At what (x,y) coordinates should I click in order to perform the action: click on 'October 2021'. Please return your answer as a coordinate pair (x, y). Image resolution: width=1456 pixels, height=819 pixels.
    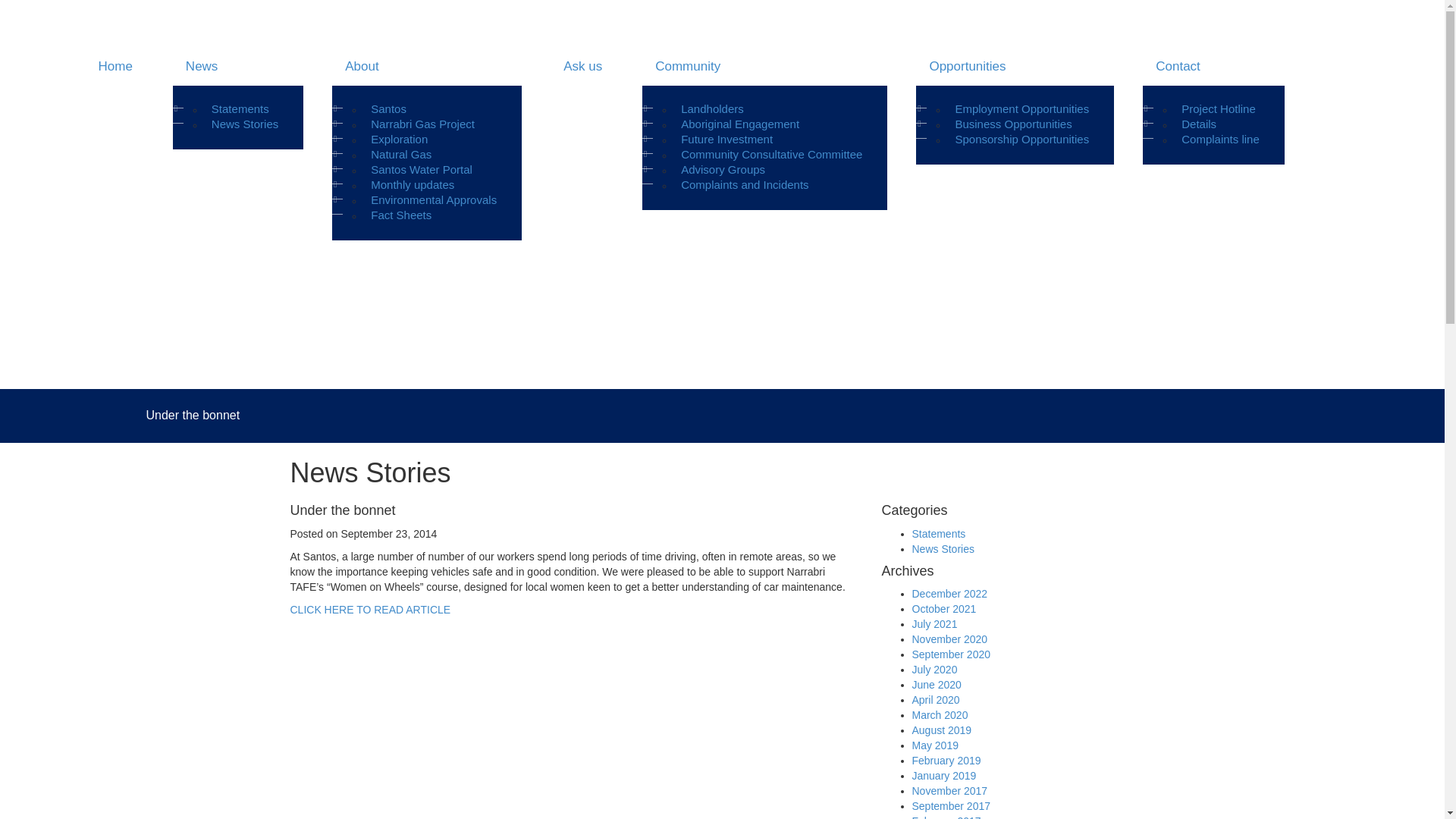
    Looking at the image, I should click on (943, 607).